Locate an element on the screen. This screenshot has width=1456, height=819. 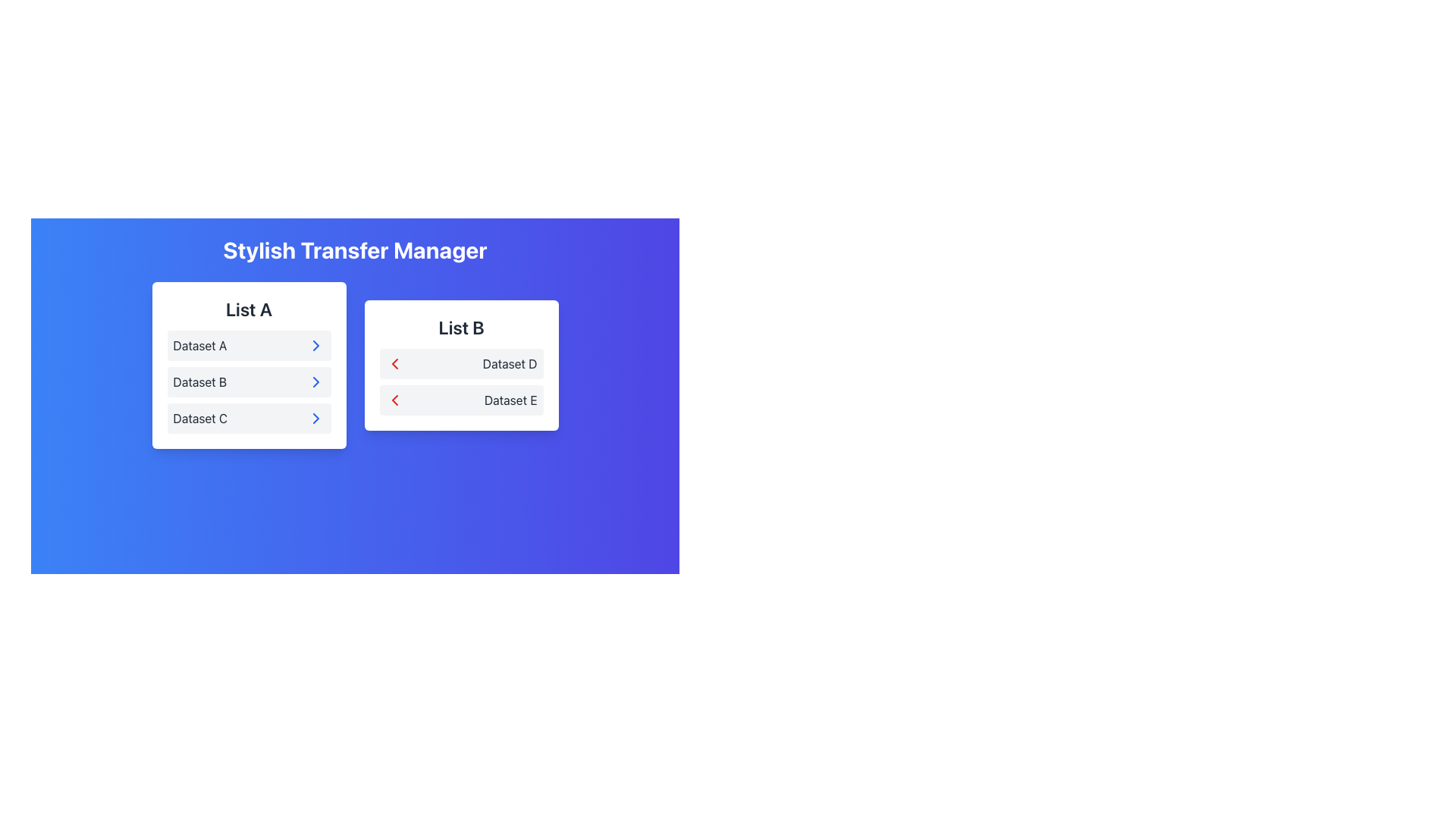
the left-pointing red arrow icon in the Interactive List Item labeled 'Dataset E' is located at coordinates (460, 400).